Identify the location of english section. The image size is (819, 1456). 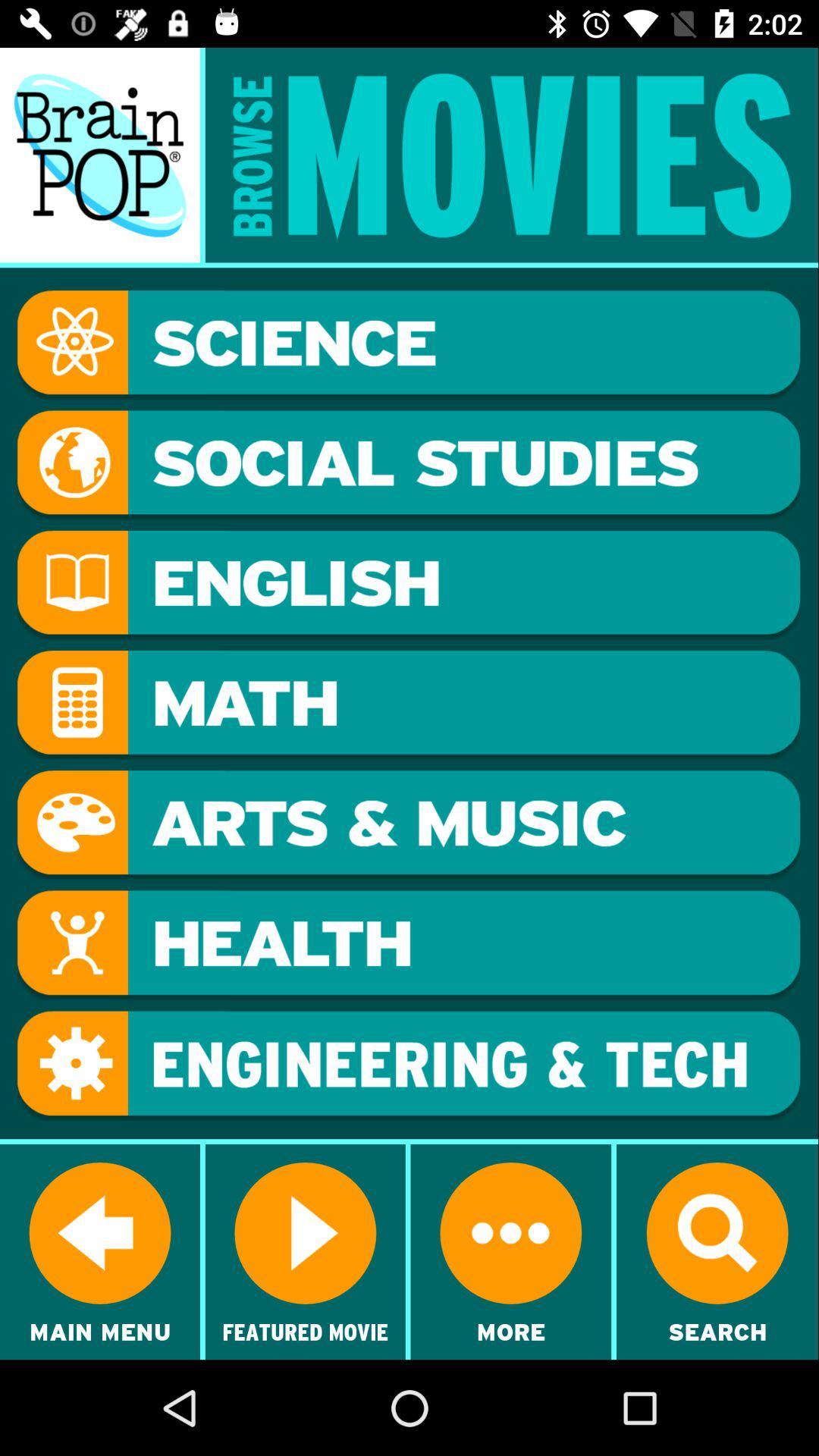
(408, 584).